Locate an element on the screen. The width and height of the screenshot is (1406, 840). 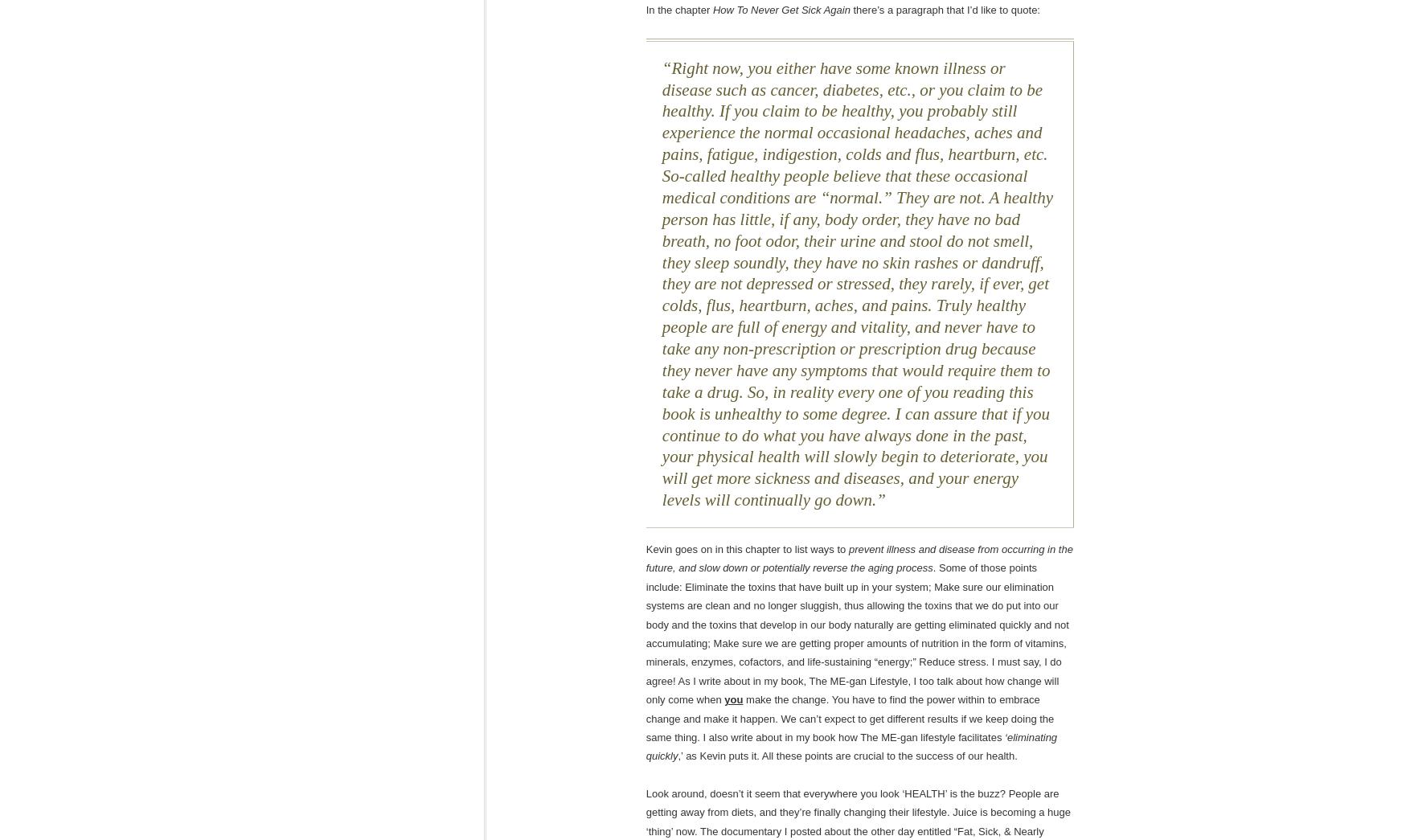
'. Some of those points include: Eliminate the toxins that have built up in your system; Make sure our elimination systems are clean and no longer sluggish, thus allowing the toxins that we do put into our body and the toxins that develop in our body naturally are getting eliminated quickly and not accumulating; Make sure we are getting proper amounts of nutrition in the form of vitamins, minerals, enzymes, cofactors, and life-sustaining “energy;” Reduce stress. I must say, I do agree! As I write about in my book, The ME-gan Lifestyle, I too talk about how change will only come when' is located at coordinates (857, 633).